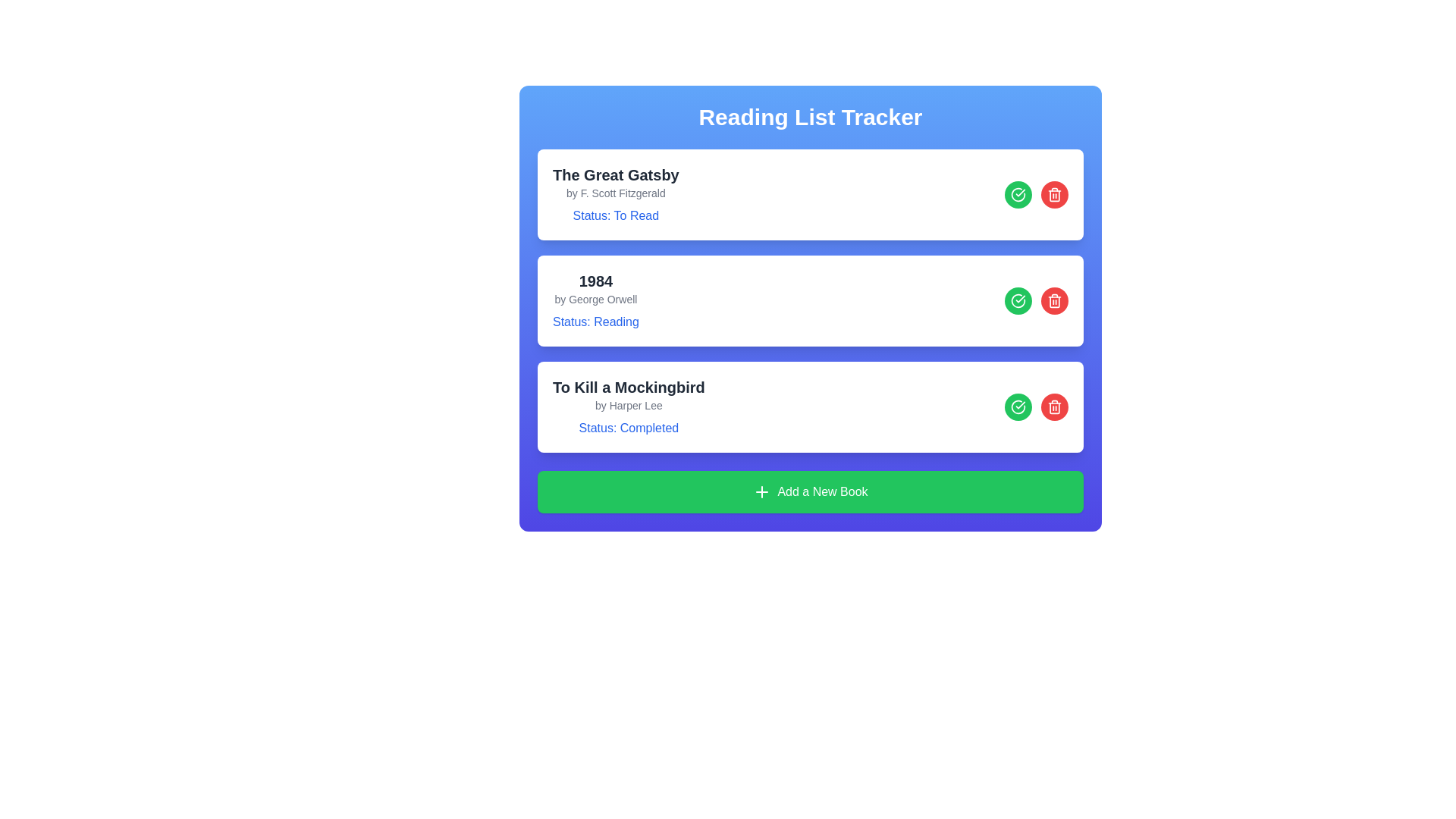 This screenshot has width=1456, height=819. I want to click on the delete button associated with the book entry 'To Kill a Mockingbird', so click(1054, 406).